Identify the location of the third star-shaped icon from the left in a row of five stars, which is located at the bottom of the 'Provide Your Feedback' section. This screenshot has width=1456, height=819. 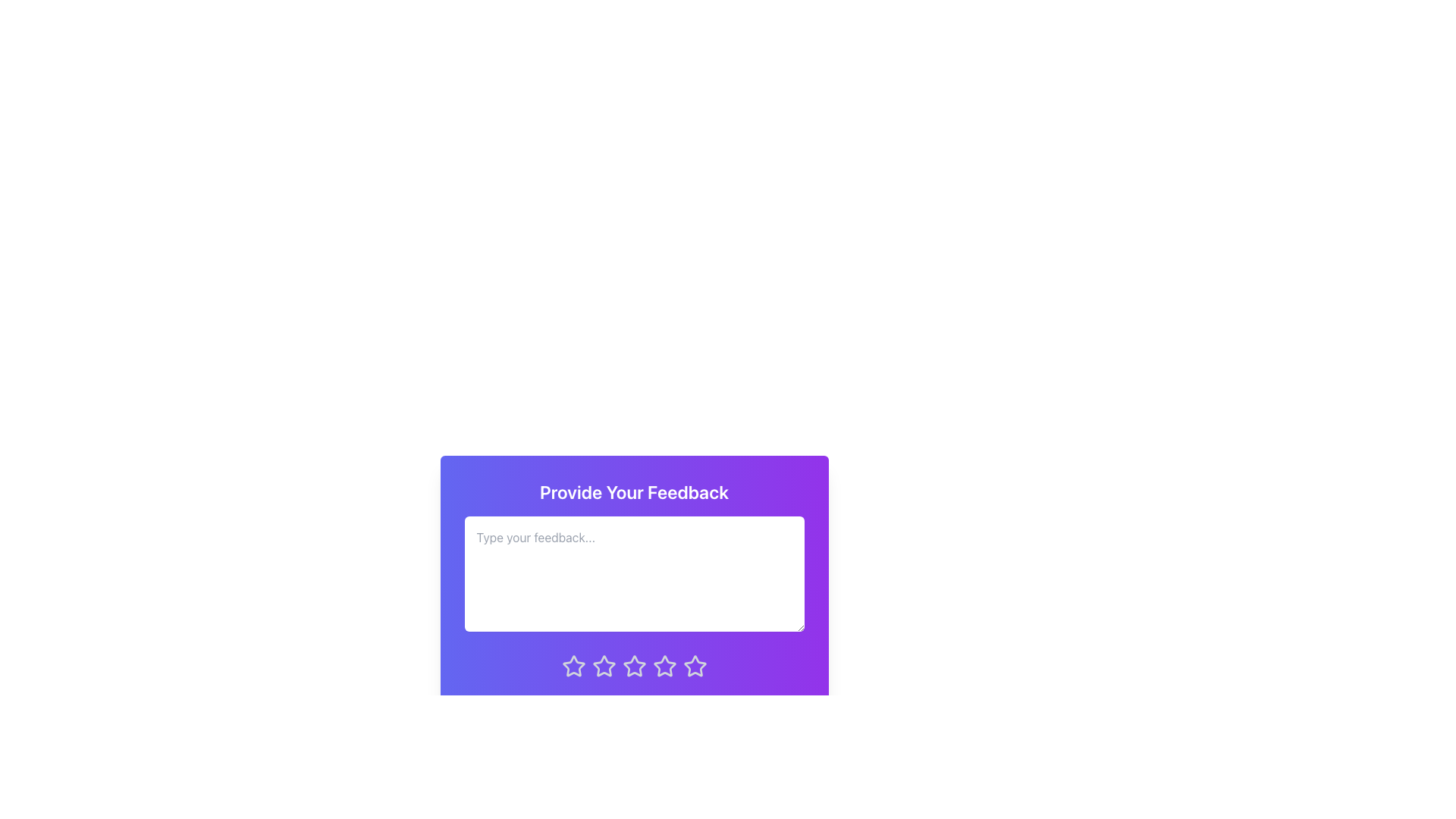
(603, 666).